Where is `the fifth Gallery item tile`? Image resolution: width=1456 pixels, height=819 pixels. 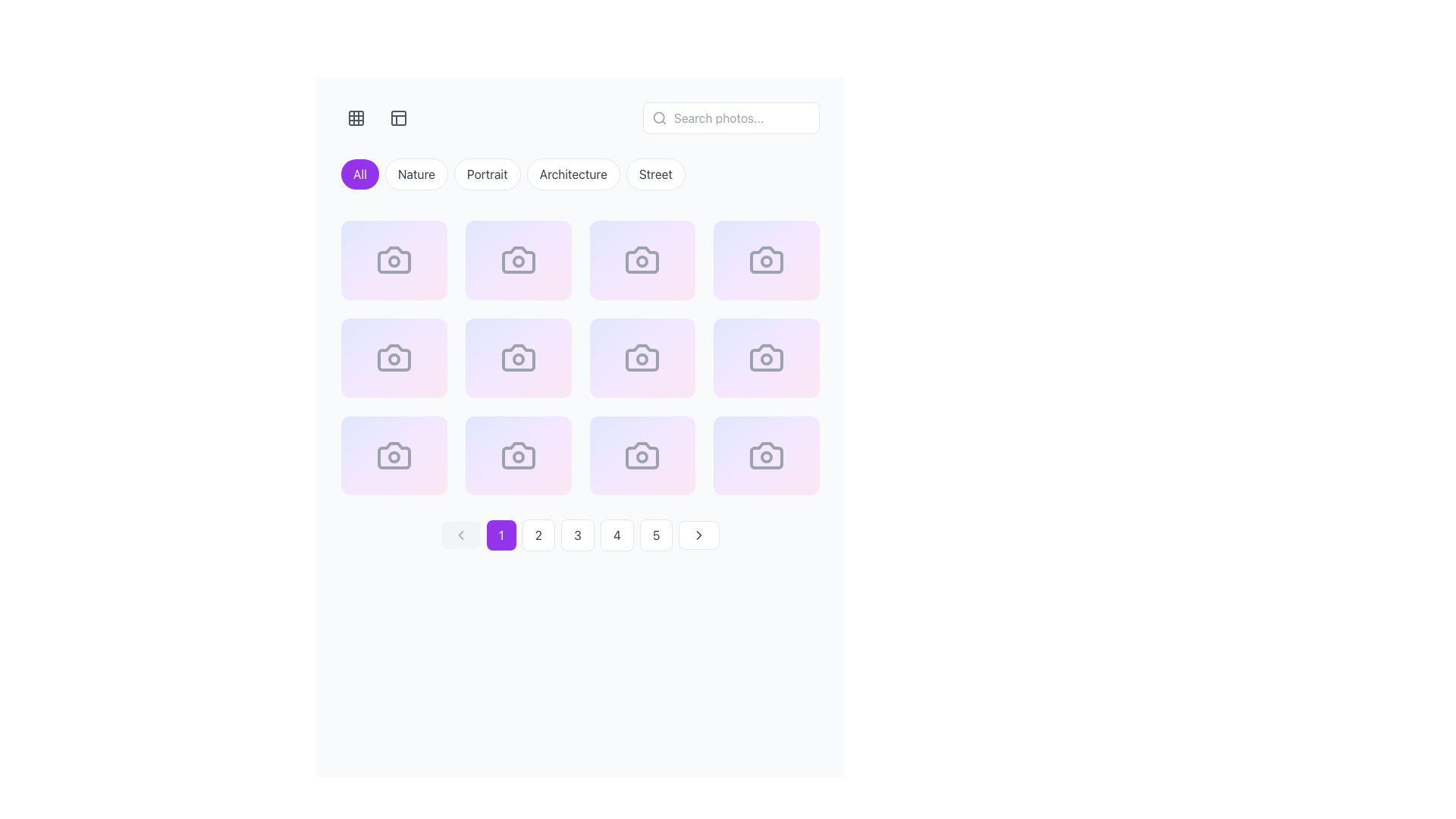
the fifth Gallery item tile is located at coordinates (394, 358).